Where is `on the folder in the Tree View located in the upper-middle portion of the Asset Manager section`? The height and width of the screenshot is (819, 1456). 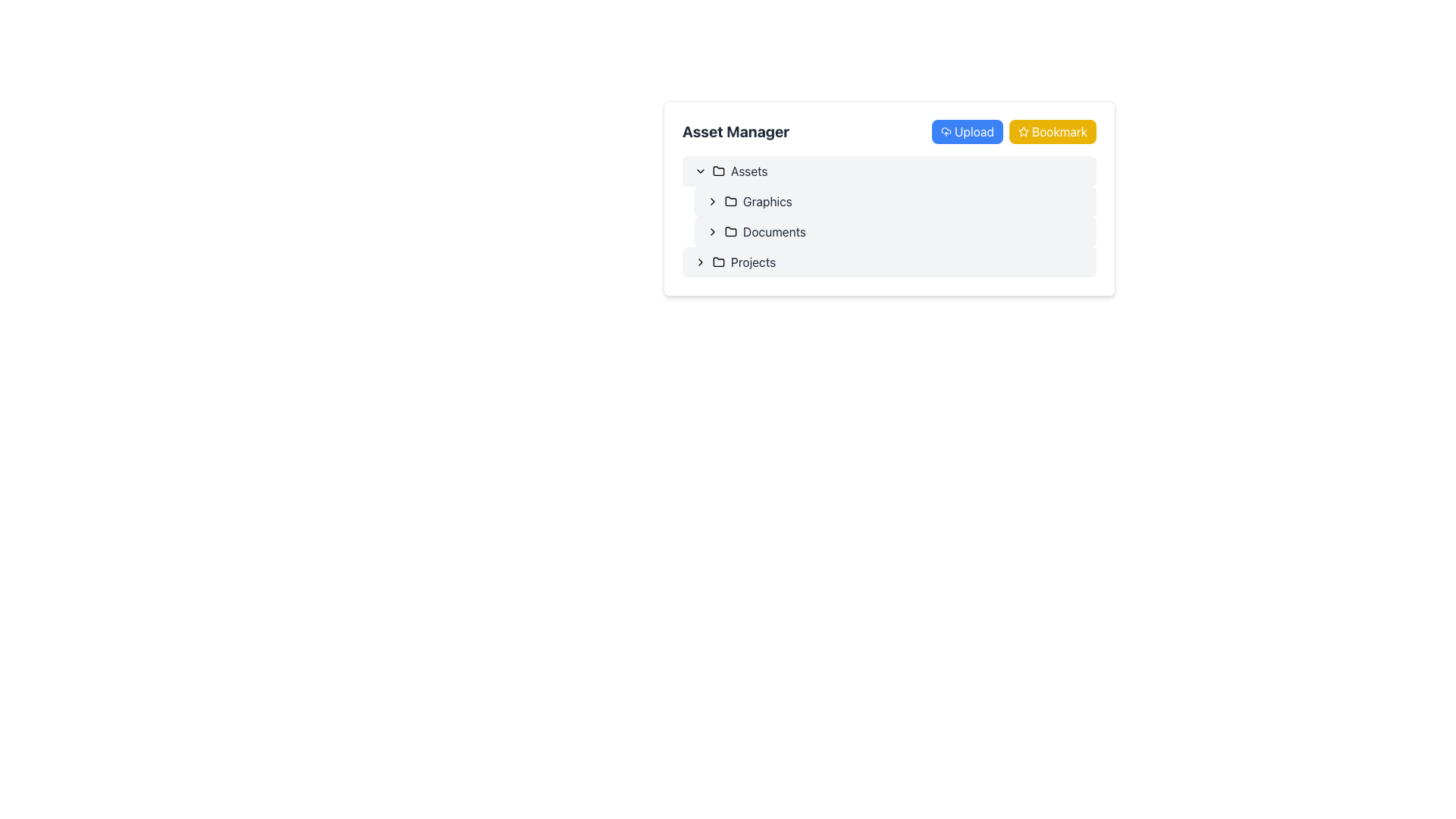
on the folder in the Tree View located in the upper-middle portion of the Asset Manager section is located at coordinates (889, 216).